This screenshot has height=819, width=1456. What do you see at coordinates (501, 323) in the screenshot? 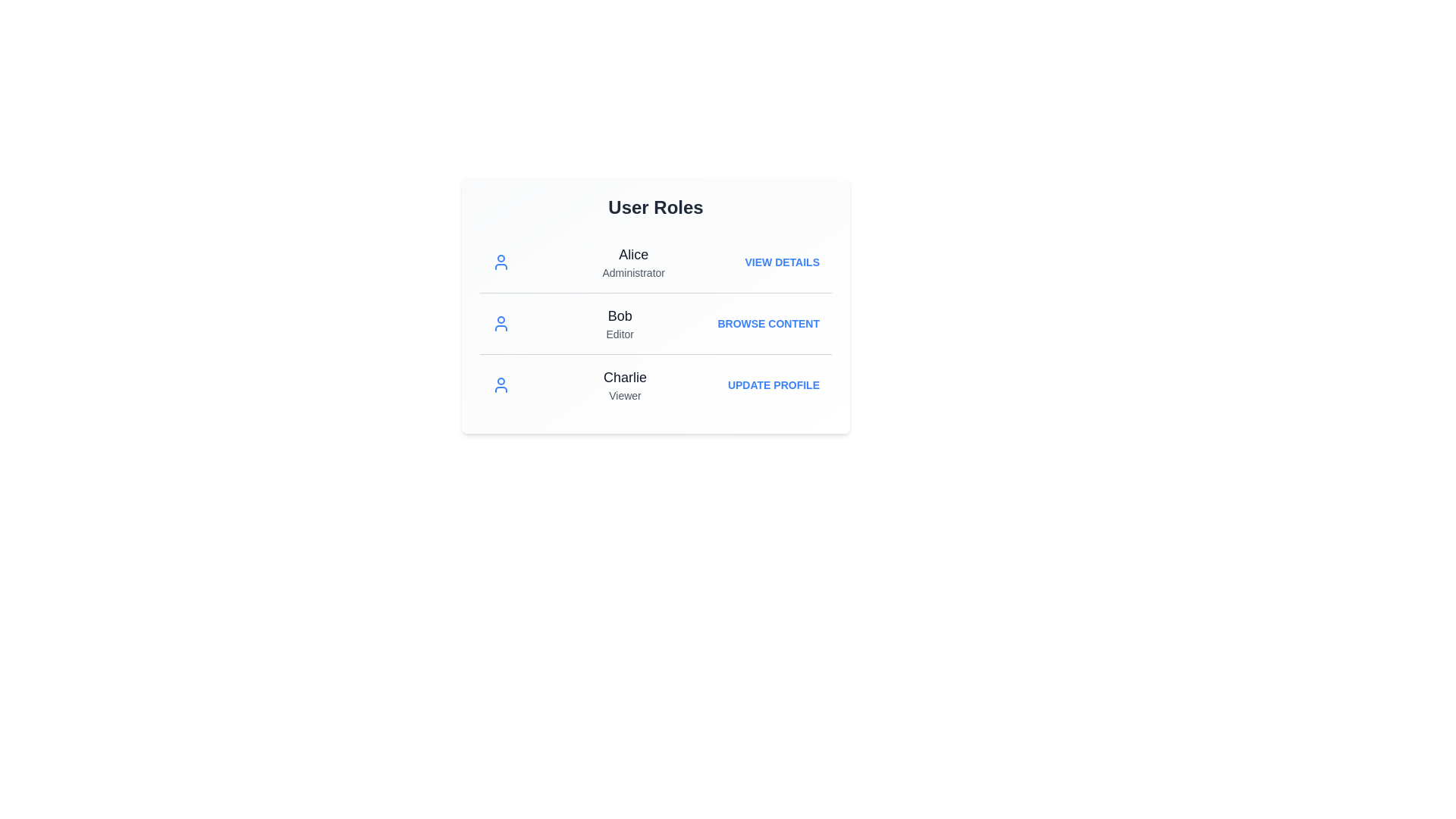
I see `the user icon representing 'Bob', which is a blue icon with a round border located to the left of the text 'BobEditorBrowse Content'` at bounding box center [501, 323].